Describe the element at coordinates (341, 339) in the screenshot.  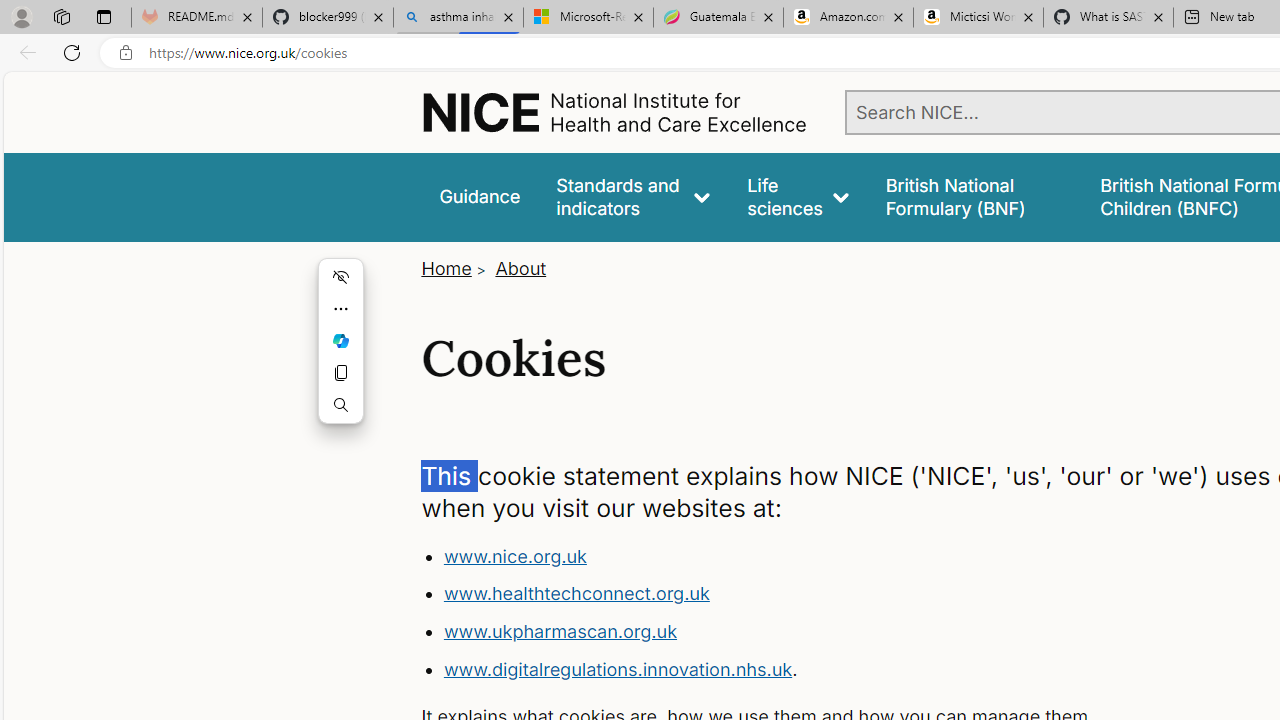
I see `'Ask Copilot'` at that location.